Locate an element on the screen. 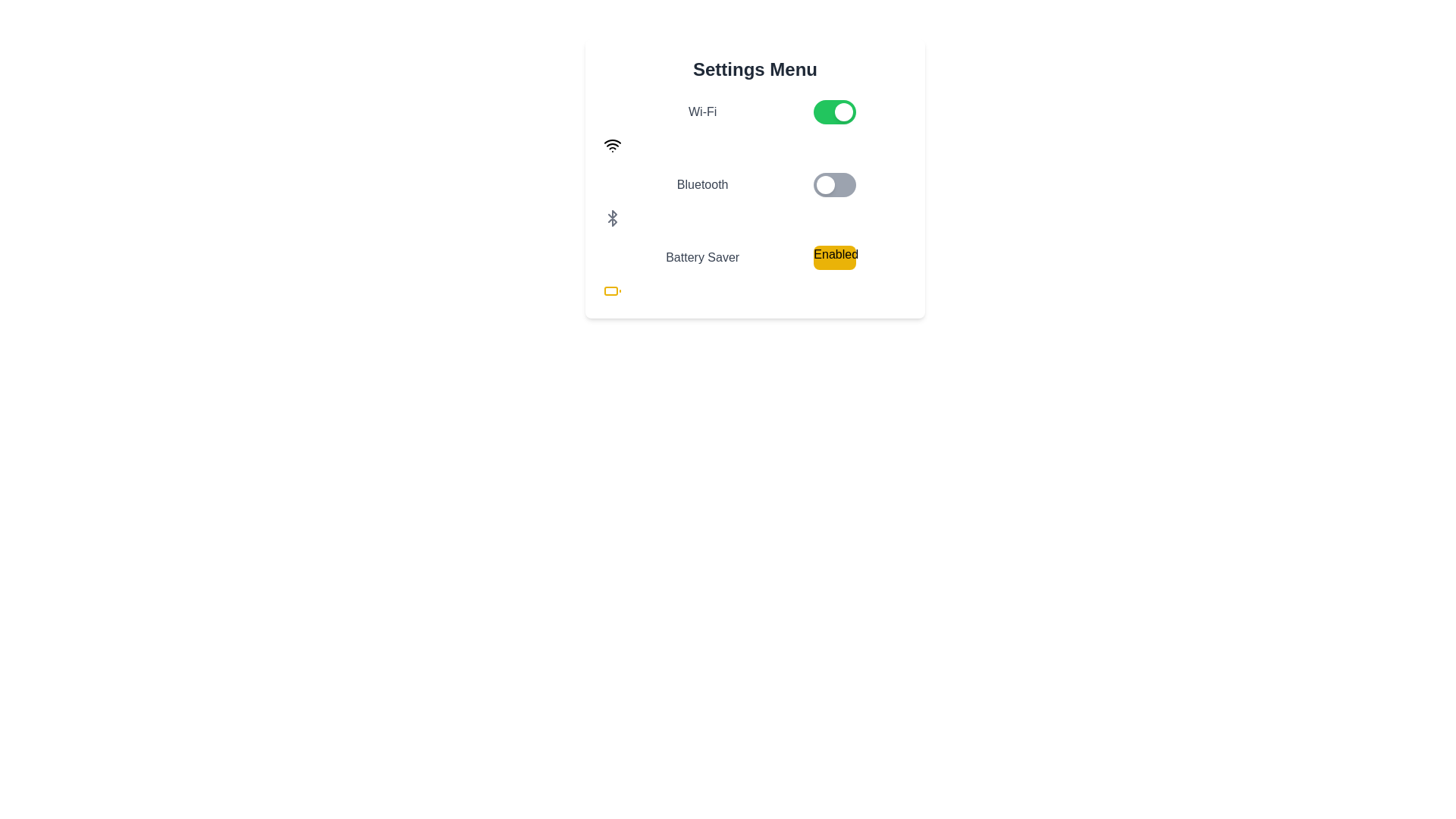  the Bluetooth toggle switch knob from its inactive position is located at coordinates (825, 184).